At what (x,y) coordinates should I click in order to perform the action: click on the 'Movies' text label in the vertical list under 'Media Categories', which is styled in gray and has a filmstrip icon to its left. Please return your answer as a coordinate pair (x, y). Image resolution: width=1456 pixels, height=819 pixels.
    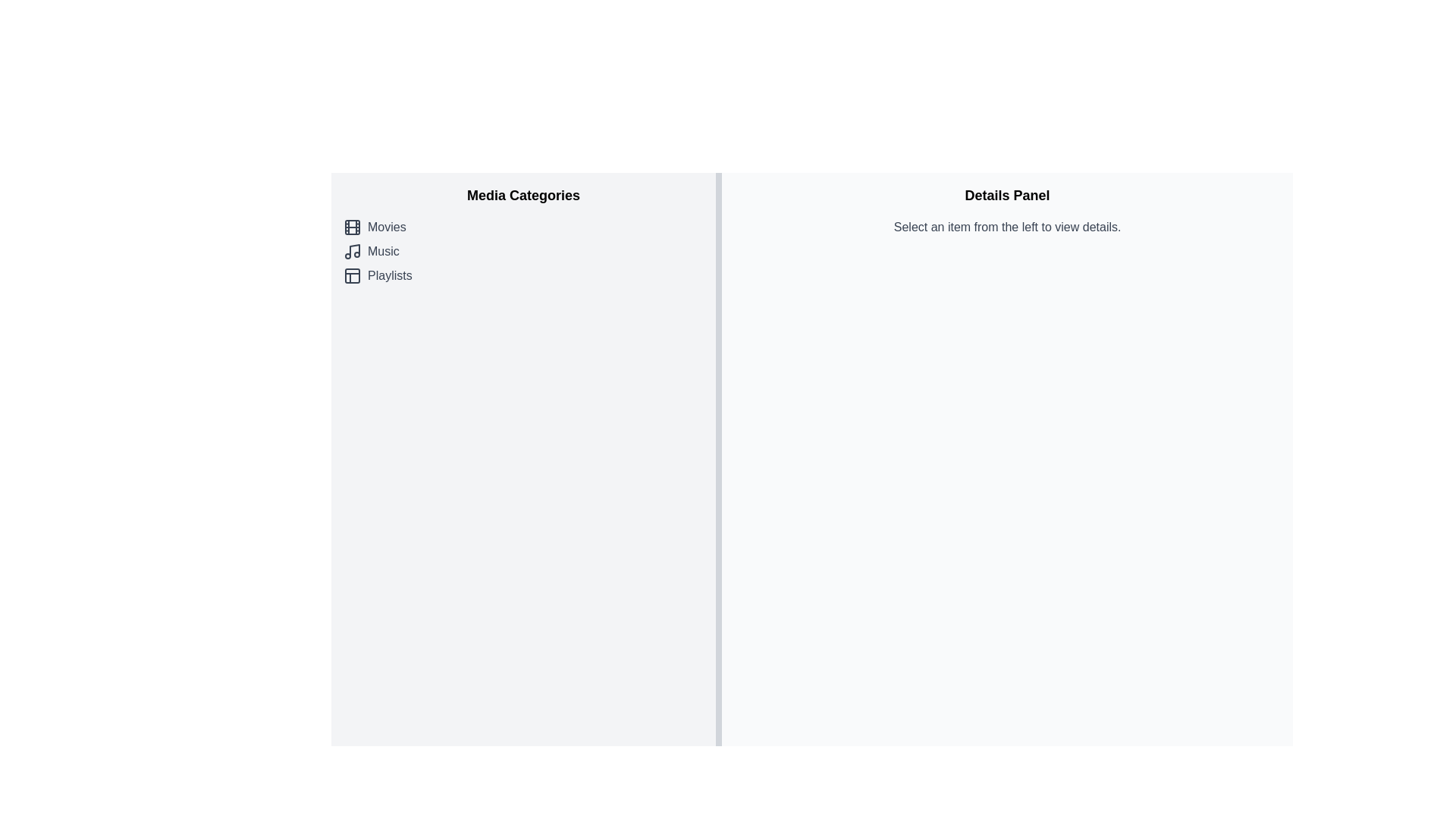
    Looking at the image, I should click on (387, 227).